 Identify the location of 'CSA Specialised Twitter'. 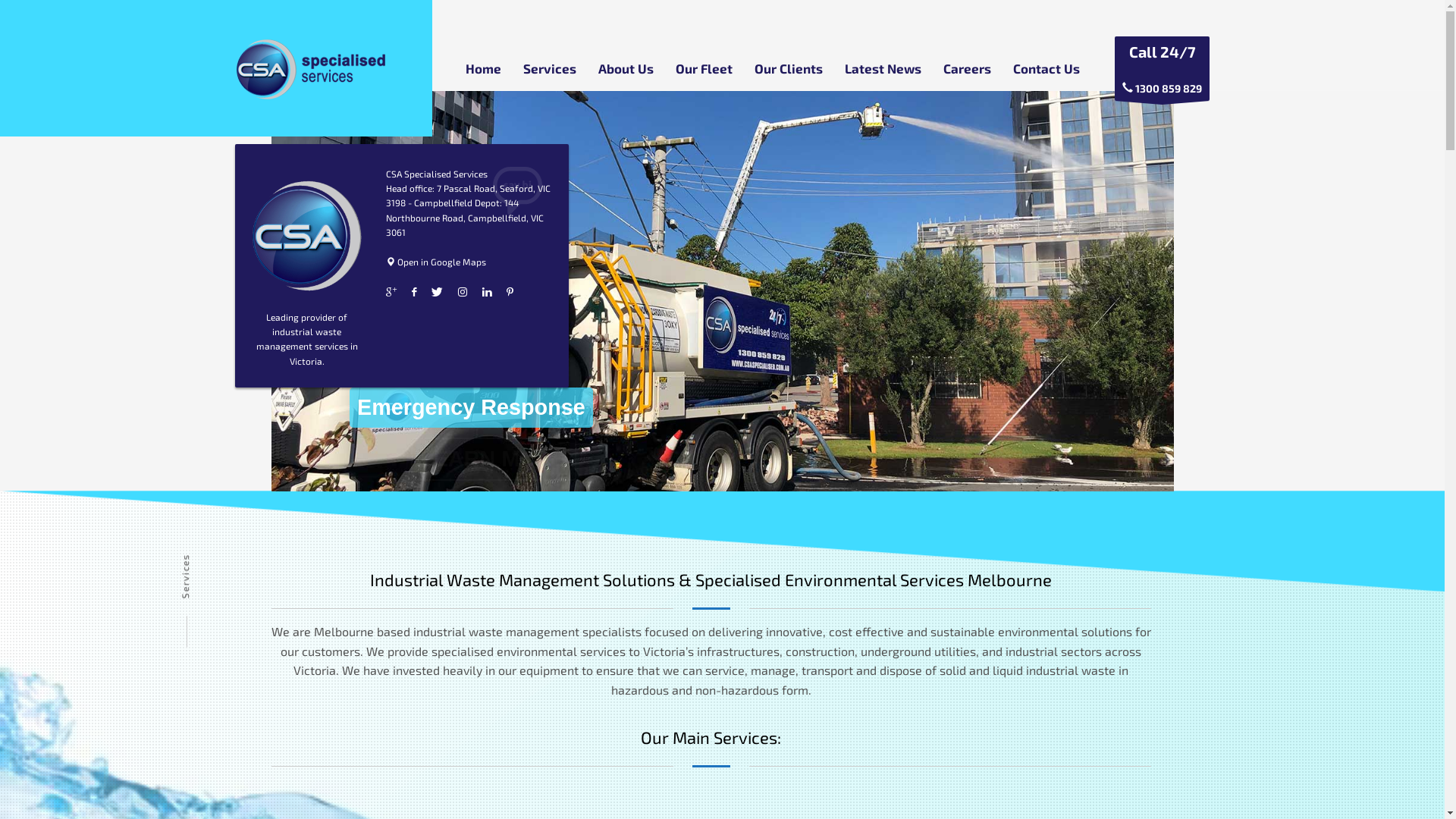
(436, 292).